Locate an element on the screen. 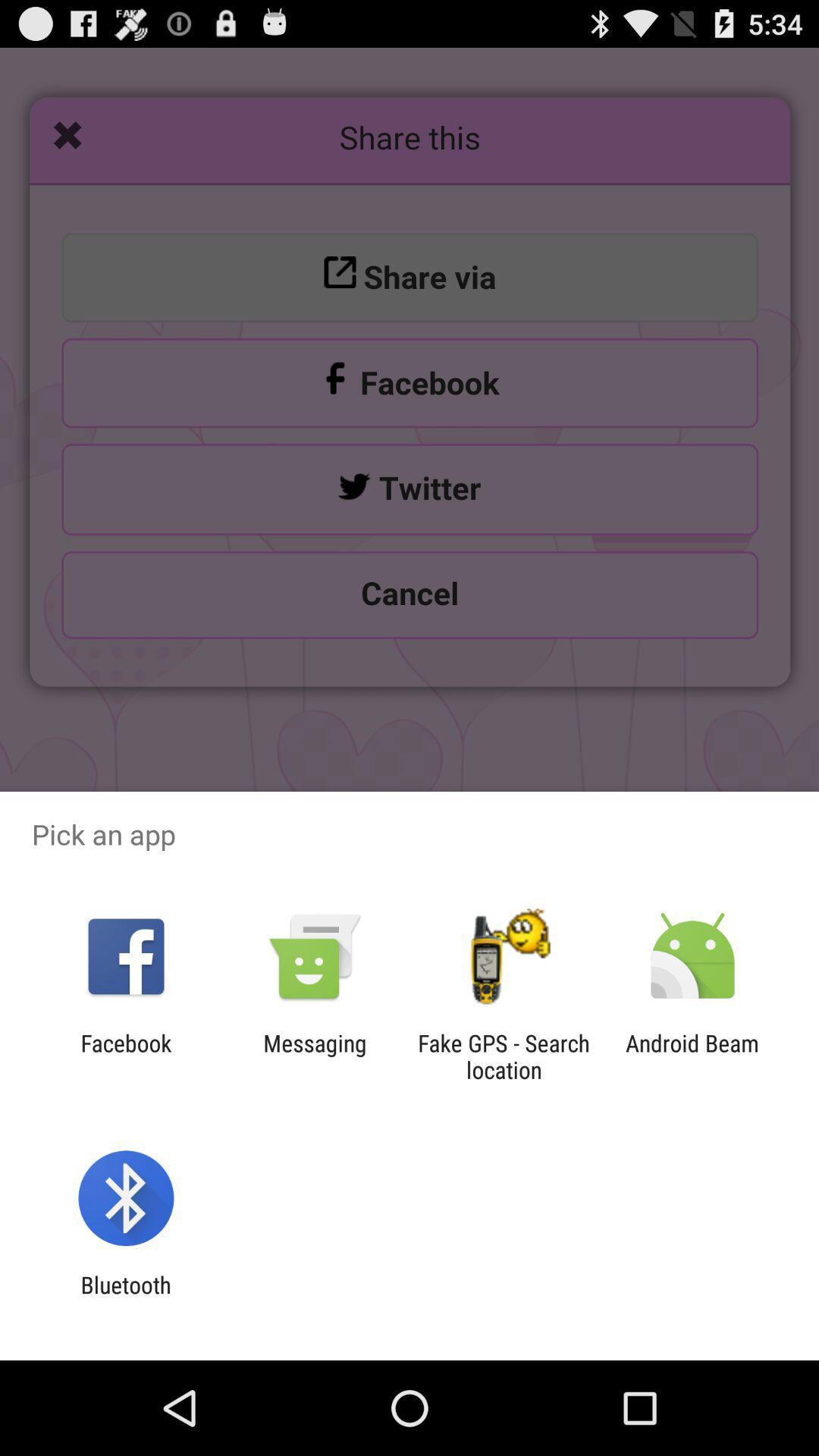 The image size is (819, 1456). android beam item is located at coordinates (692, 1056).